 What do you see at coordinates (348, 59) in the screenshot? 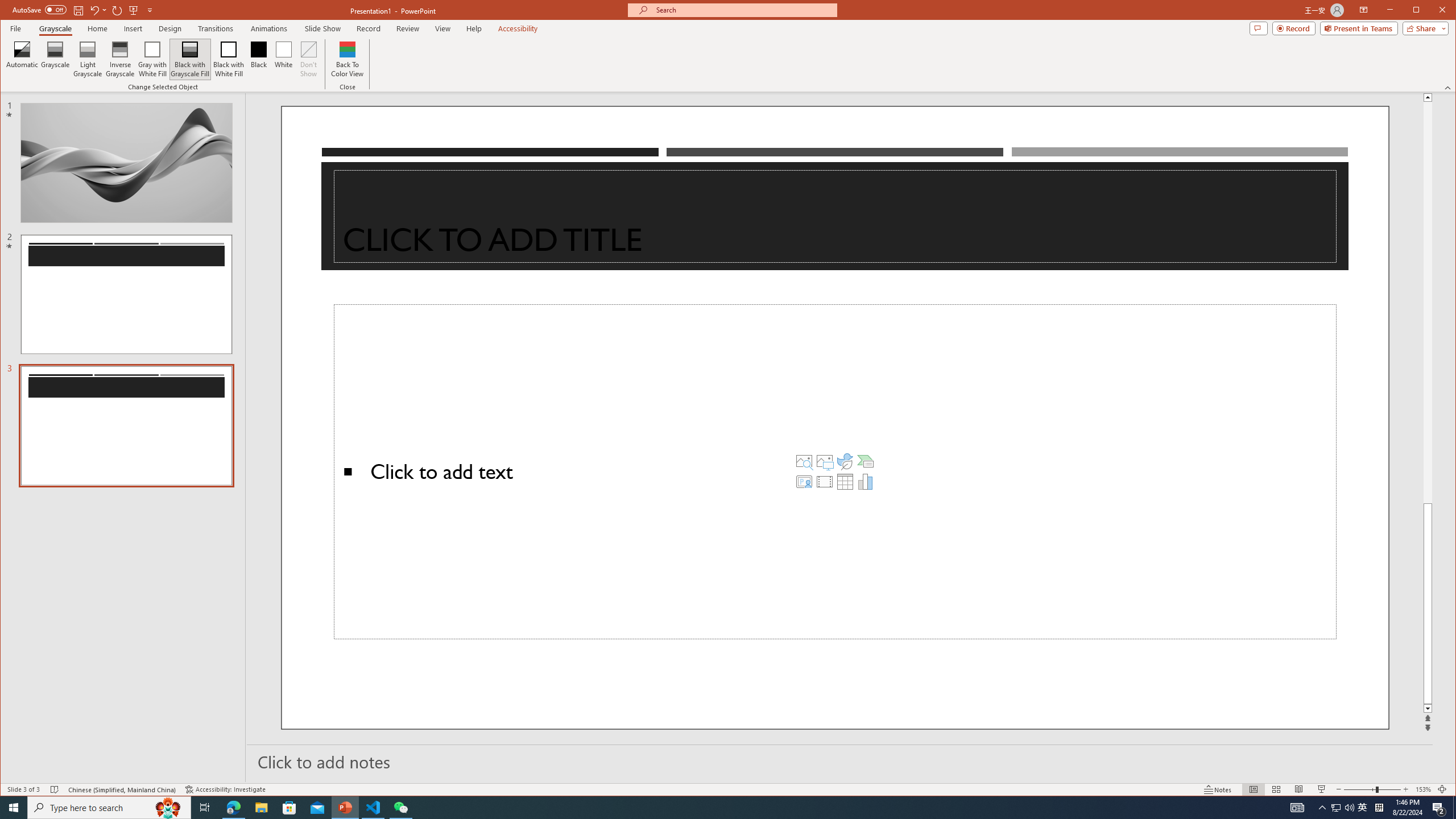
I see `'Back To Color View'` at bounding box center [348, 59].